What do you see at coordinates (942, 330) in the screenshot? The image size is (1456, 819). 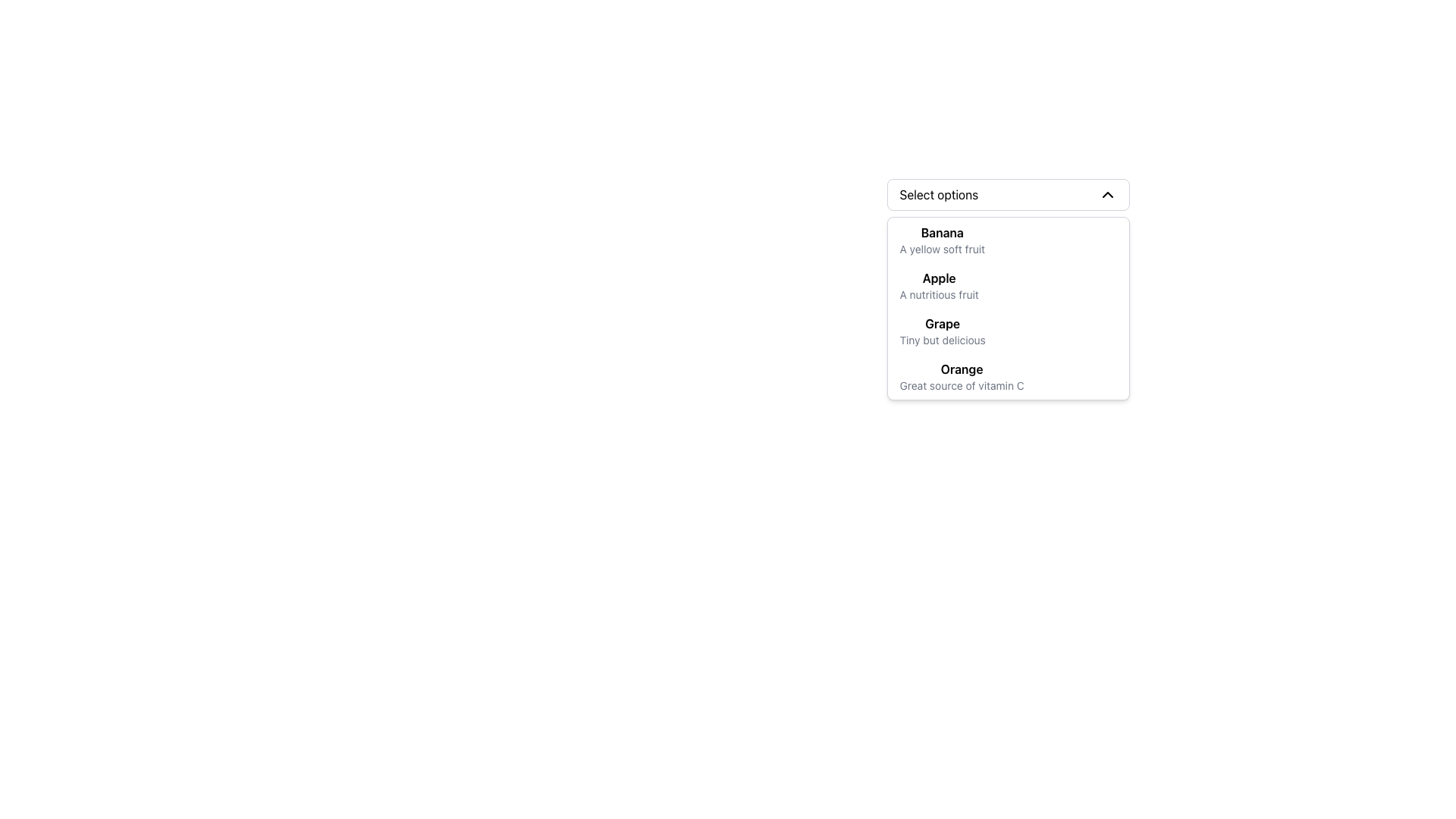 I see `the 'Grape' selection option in the dropdown menu, which is positioned between 'Apple' and 'Orange'` at bounding box center [942, 330].